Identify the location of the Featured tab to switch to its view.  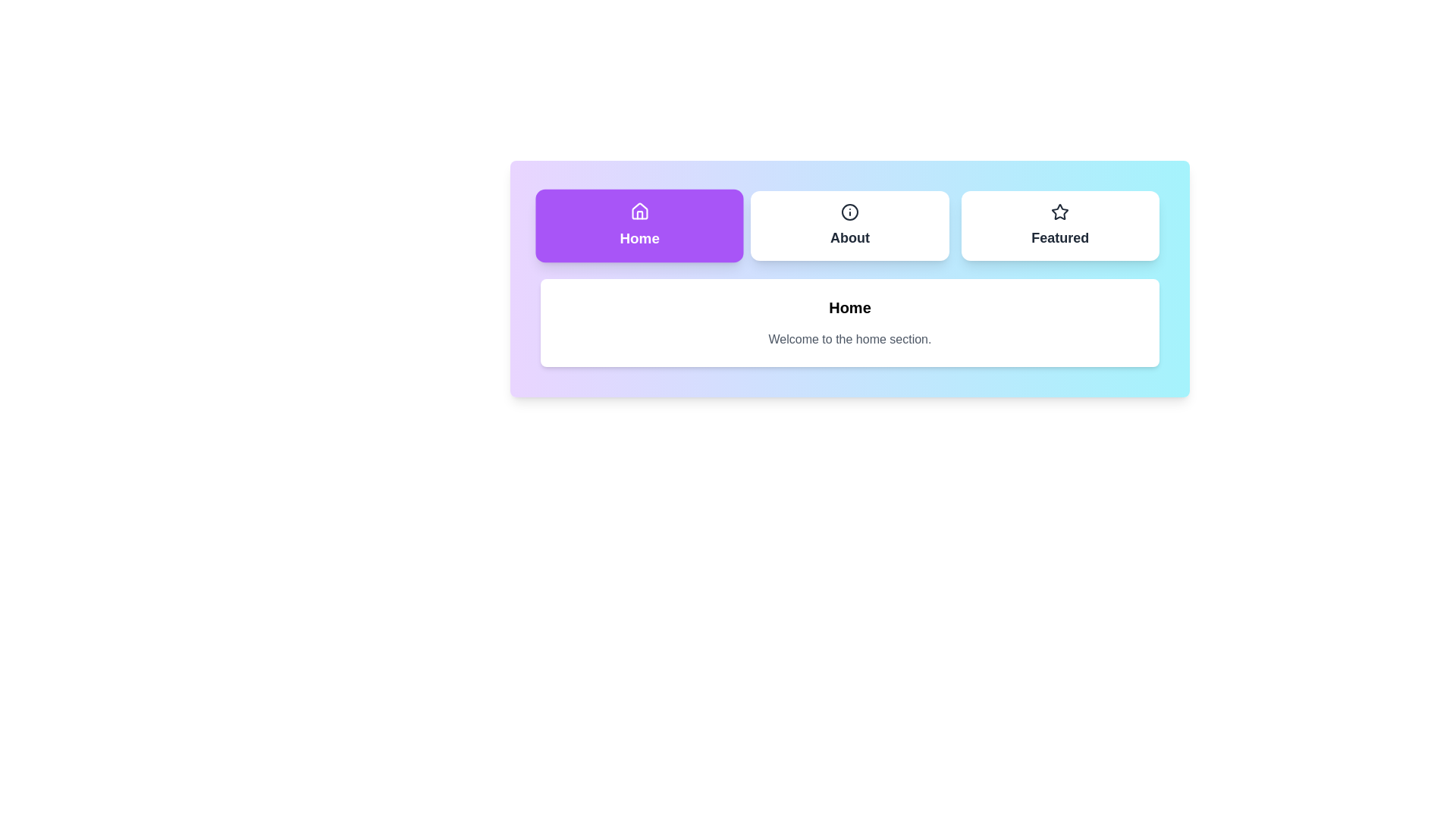
(1059, 225).